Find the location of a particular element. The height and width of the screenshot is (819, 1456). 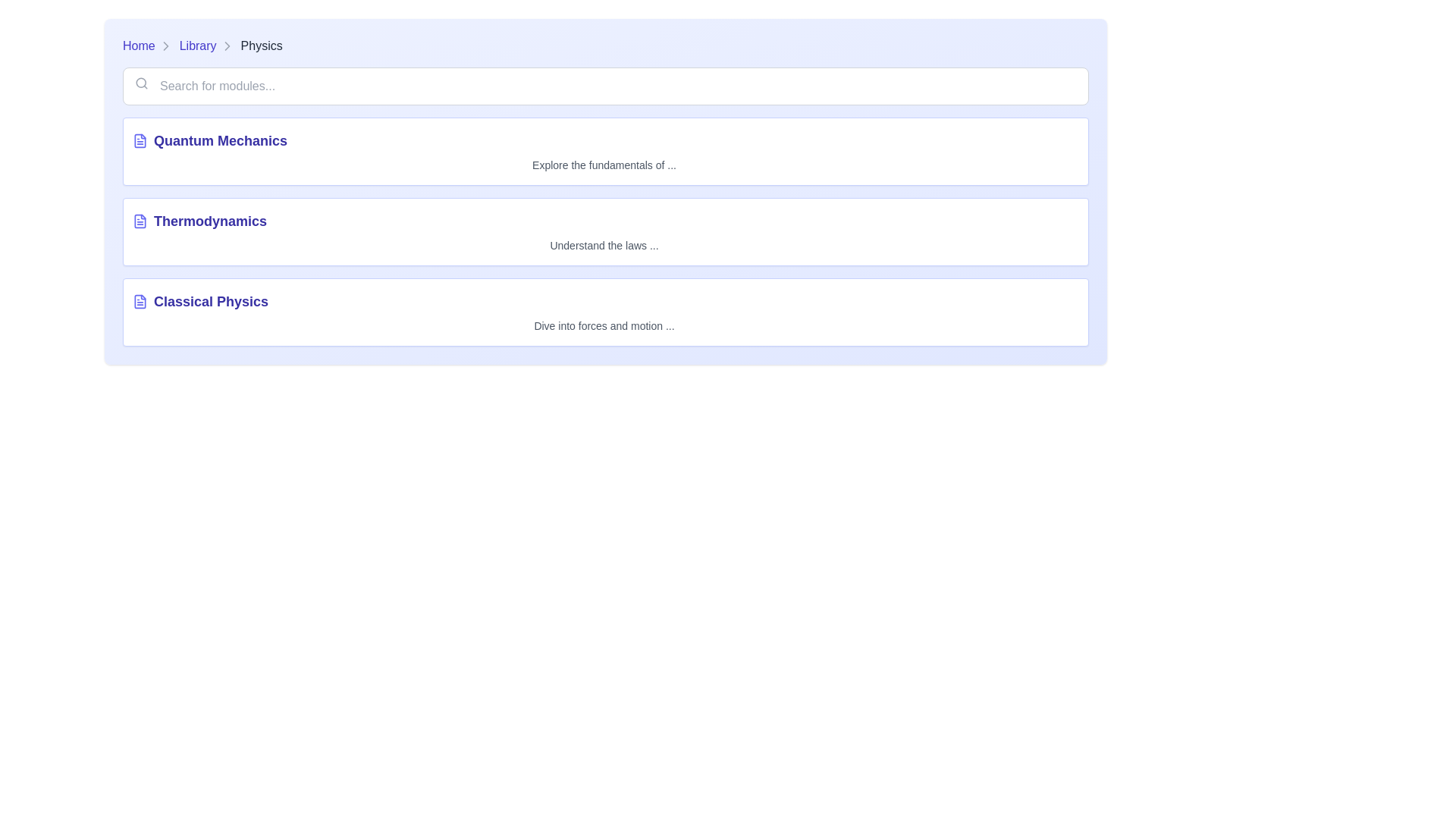

the indigo file icon located is located at coordinates (140, 221).